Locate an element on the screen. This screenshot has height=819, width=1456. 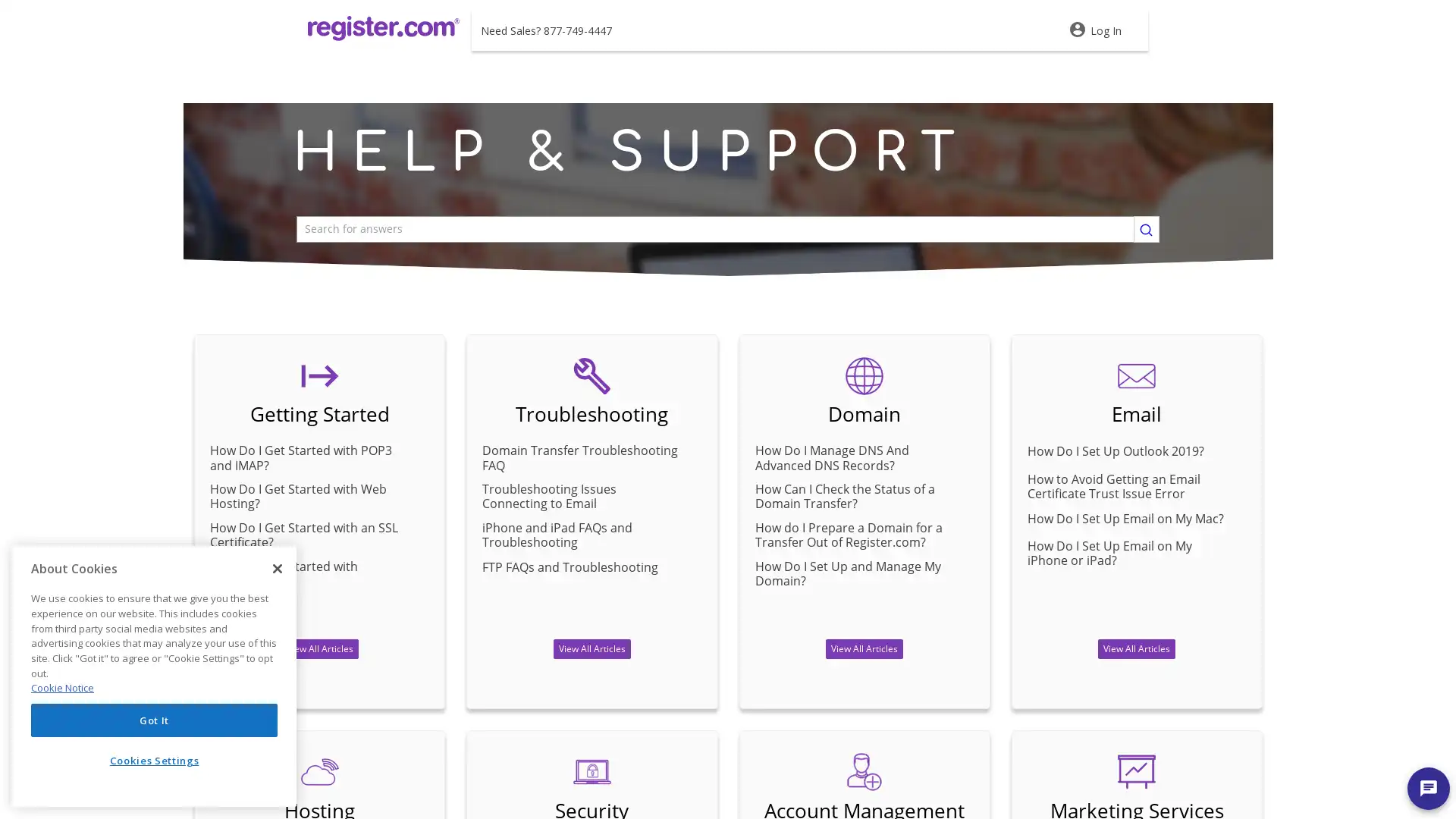
Close is located at coordinates (277, 568).